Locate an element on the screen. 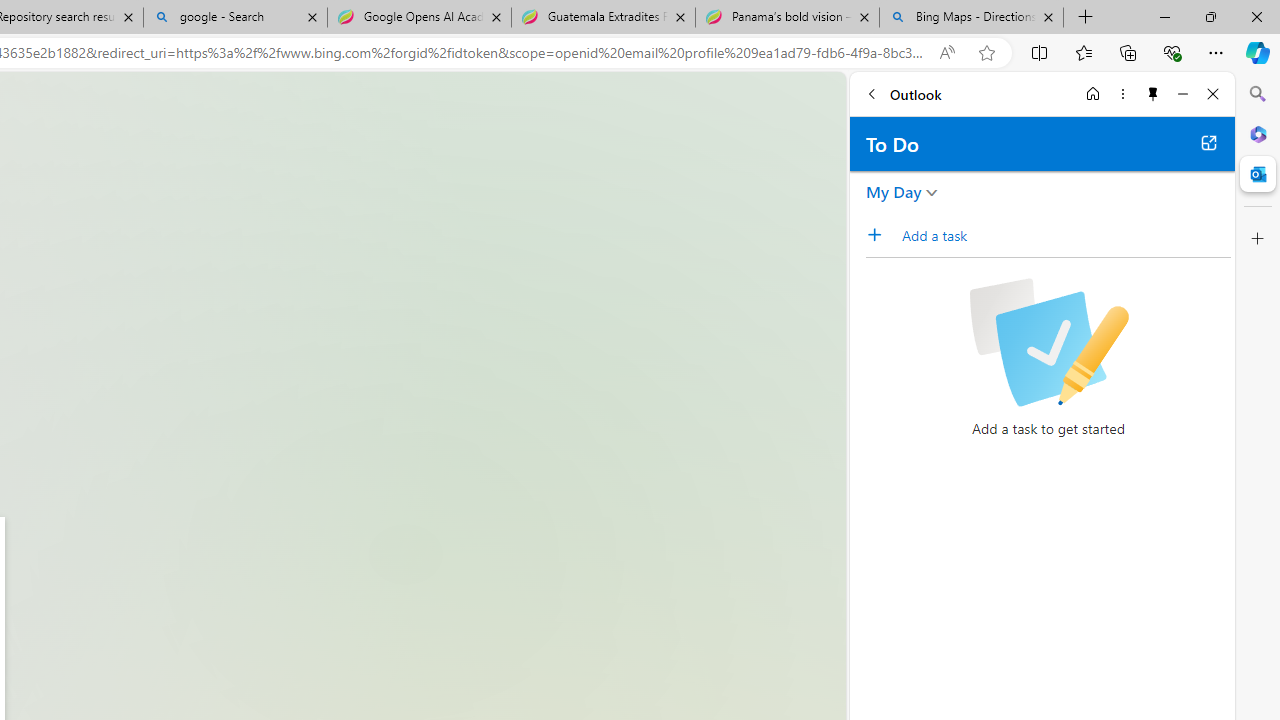 Image resolution: width=1280 pixels, height=720 pixels. 'My Day' is located at coordinates (893, 191).